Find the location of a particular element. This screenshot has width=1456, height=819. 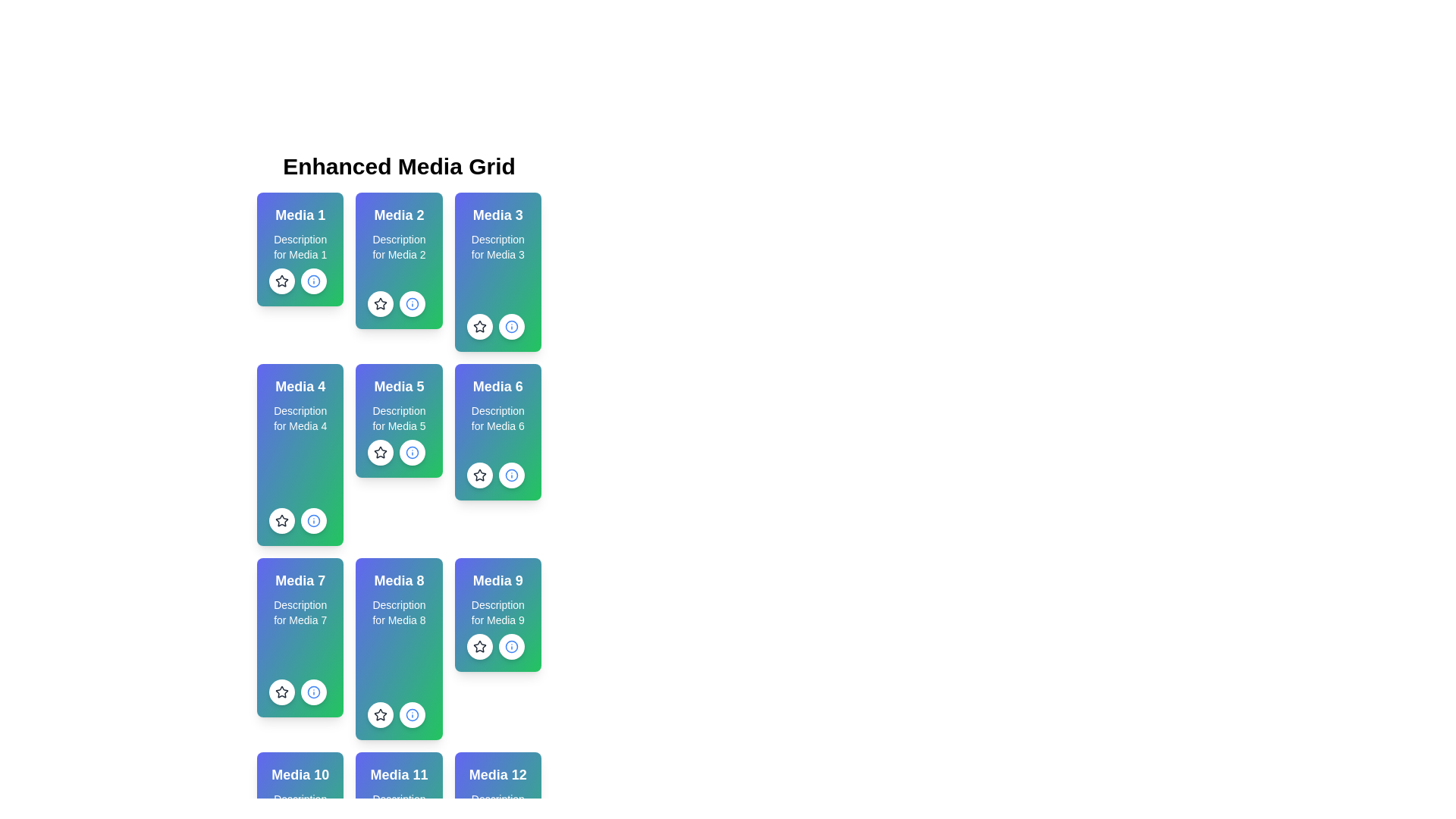

the favorite button with an embedded star icon located in the 'Media 5' card is located at coordinates (381, 452).